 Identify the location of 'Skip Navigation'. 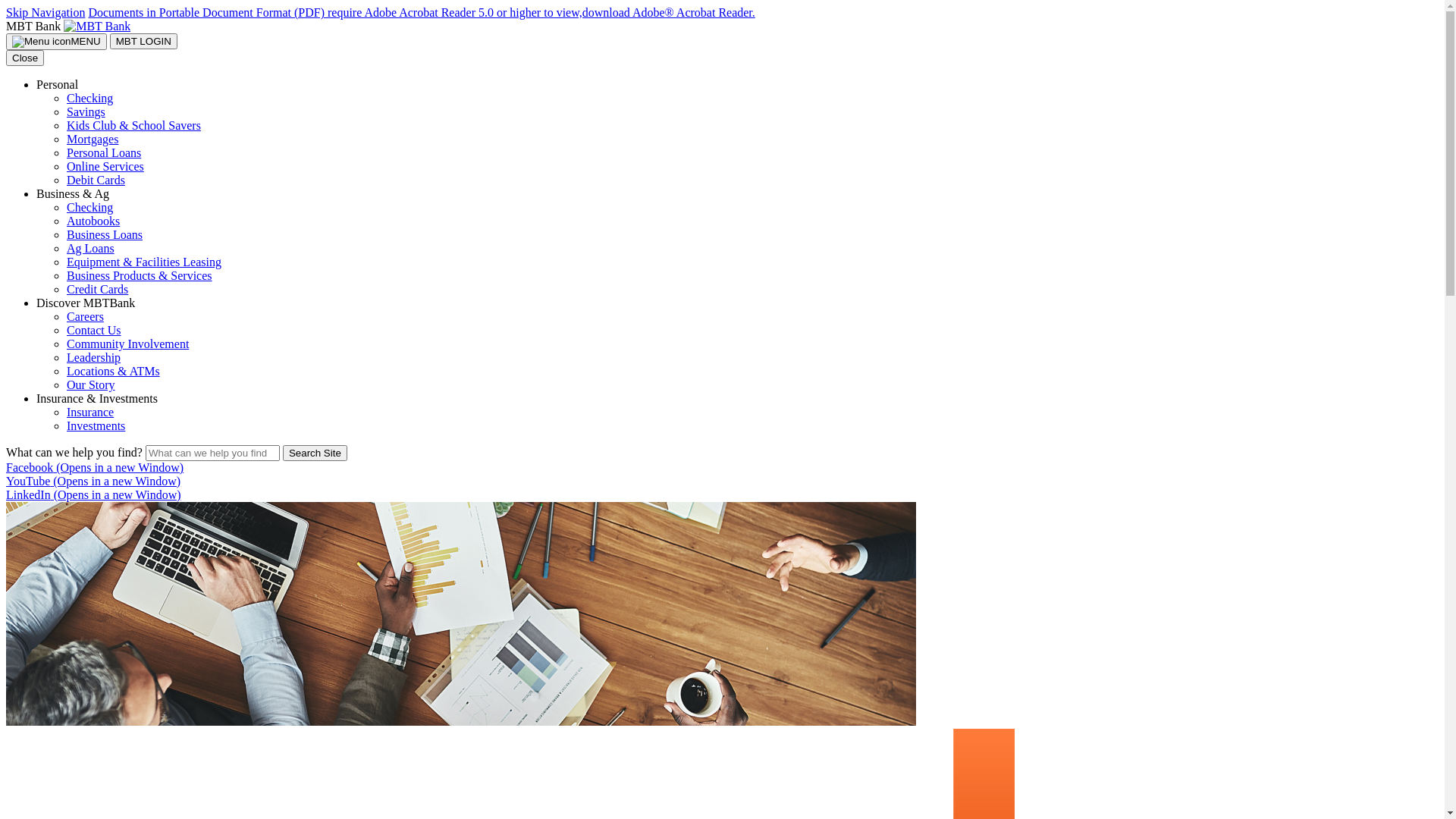
(45, 12).